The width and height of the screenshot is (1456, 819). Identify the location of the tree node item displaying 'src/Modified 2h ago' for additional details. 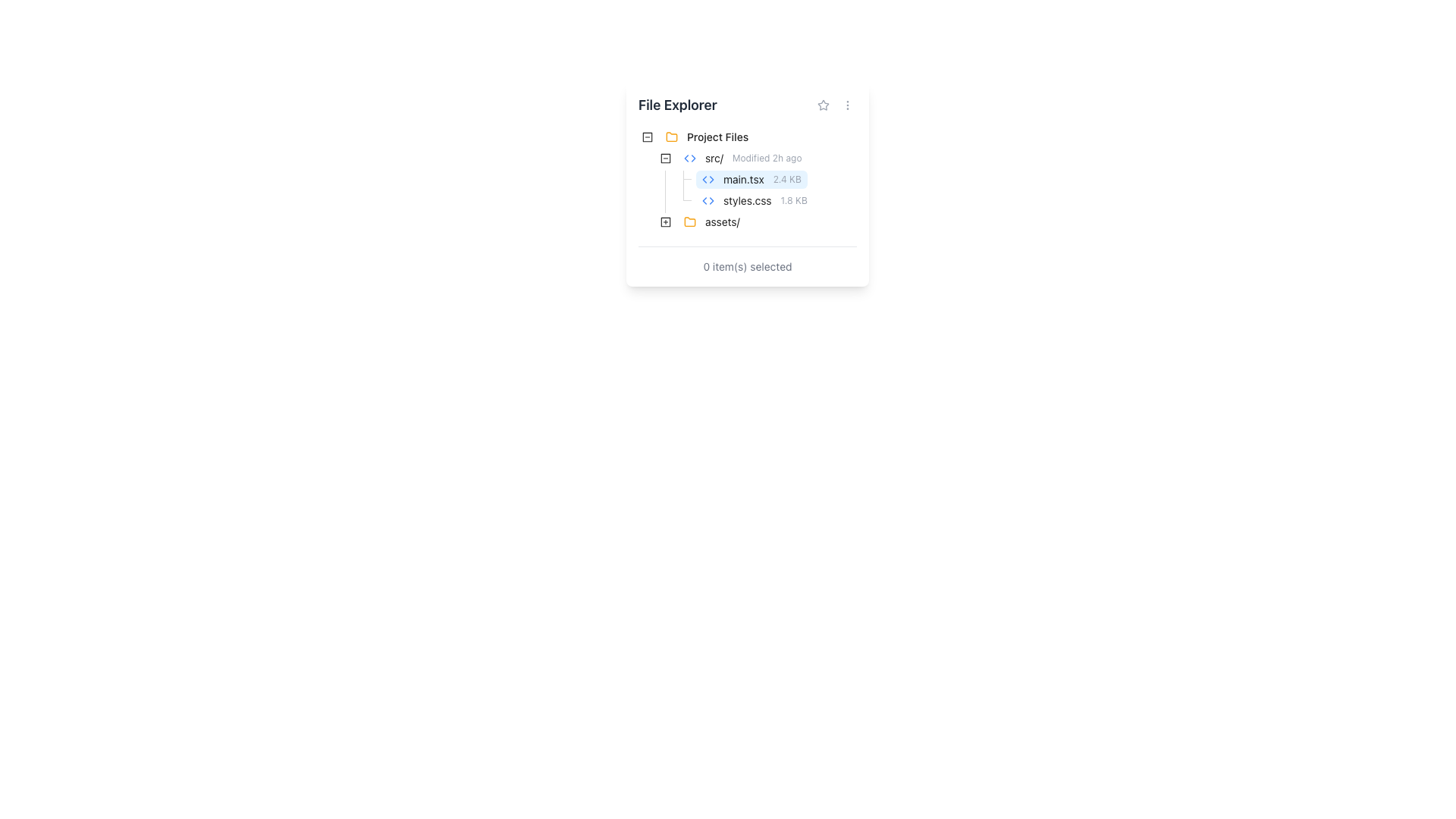
(742, 158).